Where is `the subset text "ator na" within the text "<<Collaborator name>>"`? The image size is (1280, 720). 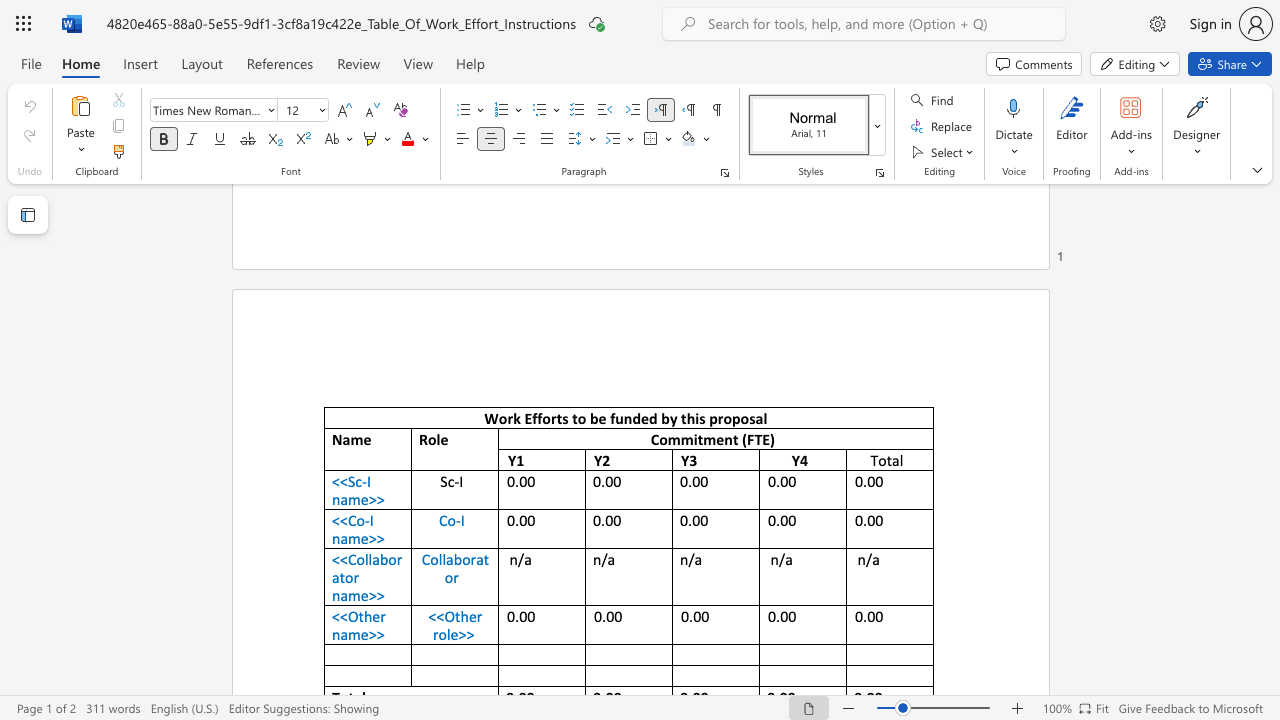
the subset text "ator na" within the text "<<Collaborator name>>" is located at coordinates (332, 577).